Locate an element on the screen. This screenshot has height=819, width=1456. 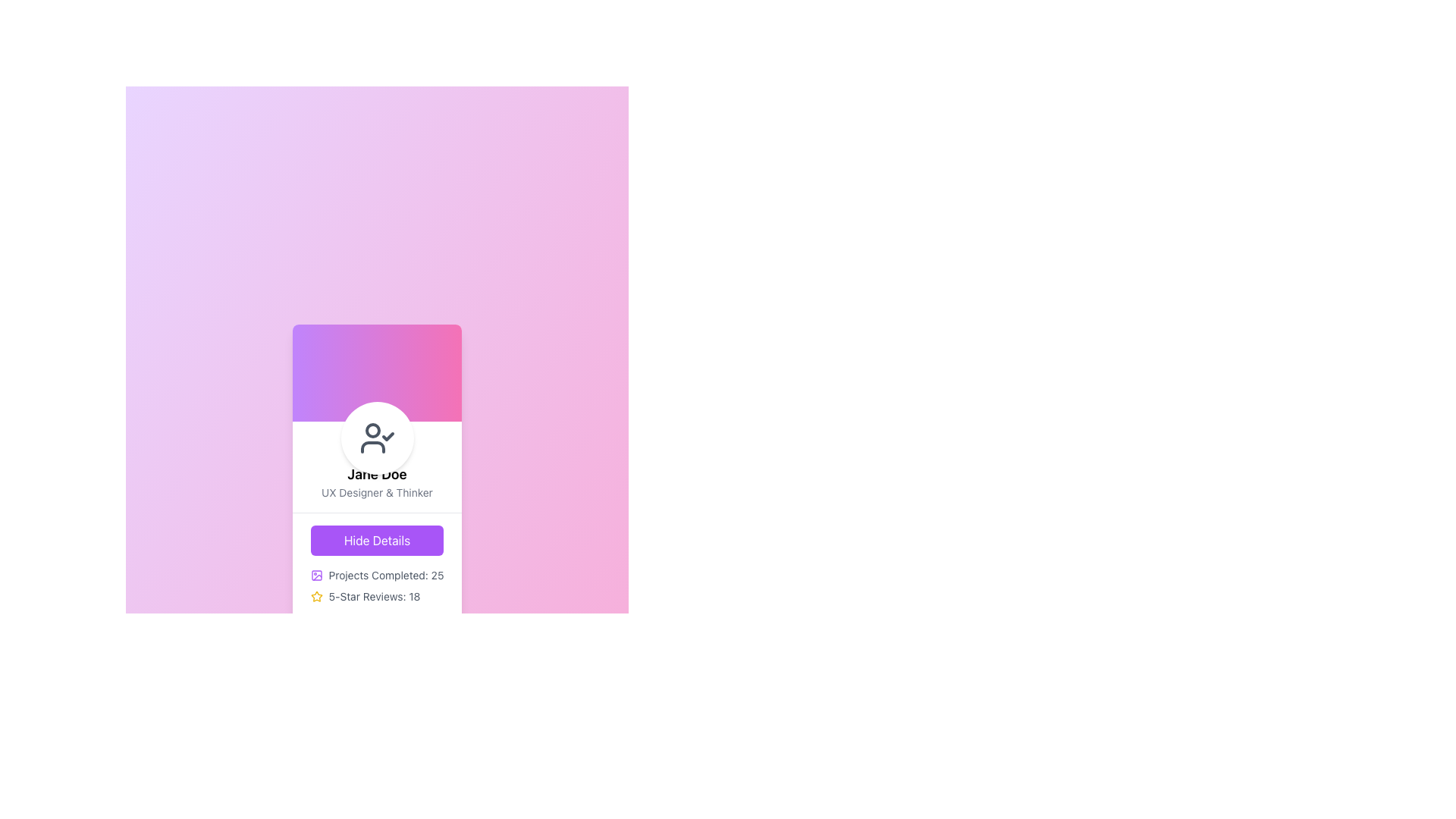
the informational label displaying the number of projects completed, which is located above the '5-Star Reviews: 18' element and below the 'Hide Details' button is located at coordinates (377, 575).